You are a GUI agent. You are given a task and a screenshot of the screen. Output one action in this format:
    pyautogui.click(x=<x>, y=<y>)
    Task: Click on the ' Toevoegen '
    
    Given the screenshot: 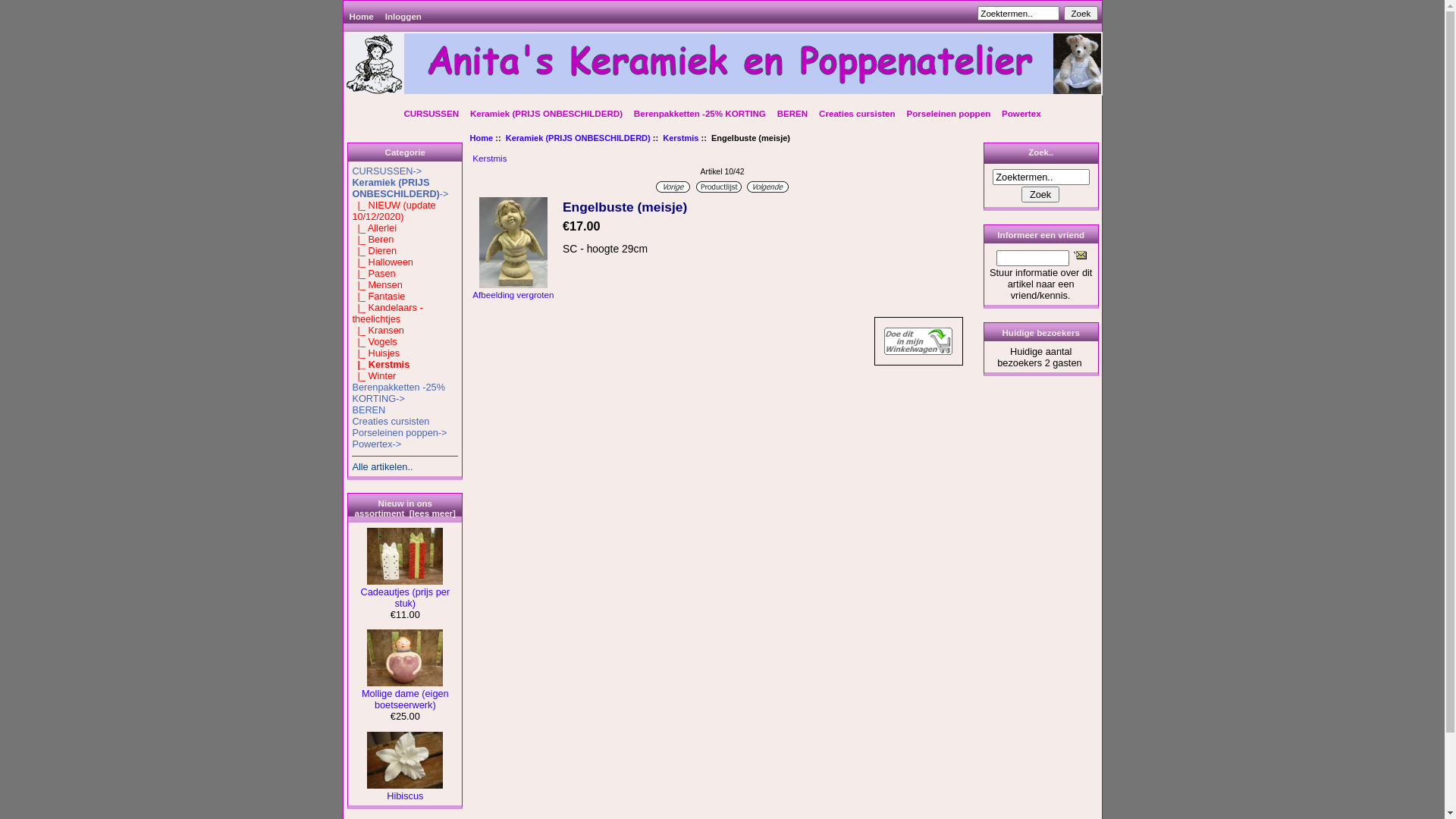 What is the action you would take?
    pyautogui.click(x=917, y=341)
    